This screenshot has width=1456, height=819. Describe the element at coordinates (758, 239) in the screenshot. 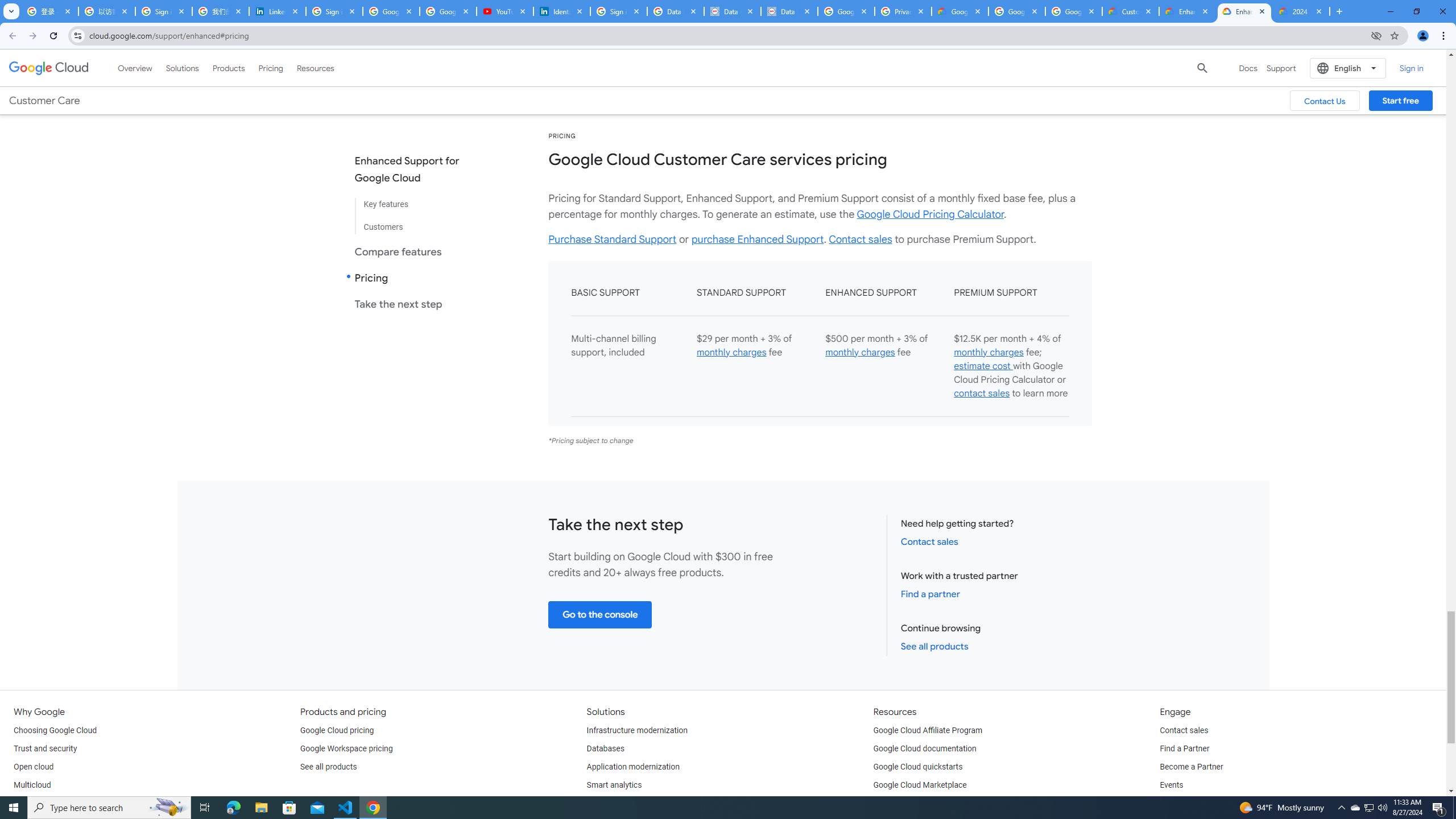

I see `'purchase Enhanced Support'` at that location.